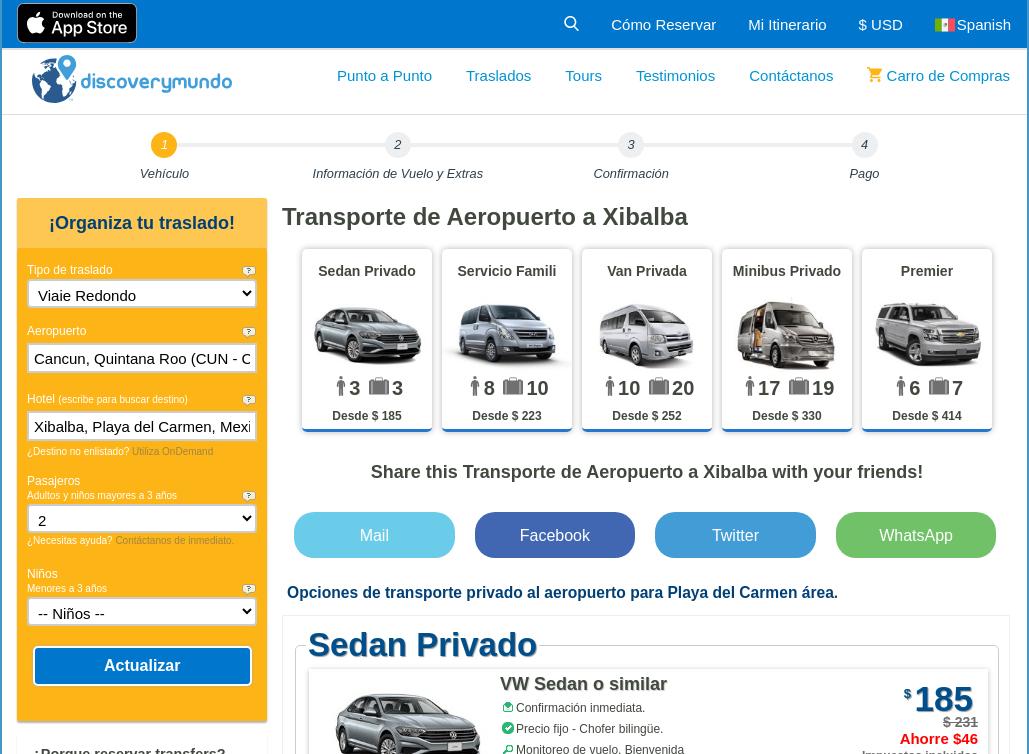 The height and width of the screenshot is (754, 1029). What do you see at coordinates (131, 451) in the screenshot?
I see `'Utiliza OnDemand'` at bounding box center [131, 451].